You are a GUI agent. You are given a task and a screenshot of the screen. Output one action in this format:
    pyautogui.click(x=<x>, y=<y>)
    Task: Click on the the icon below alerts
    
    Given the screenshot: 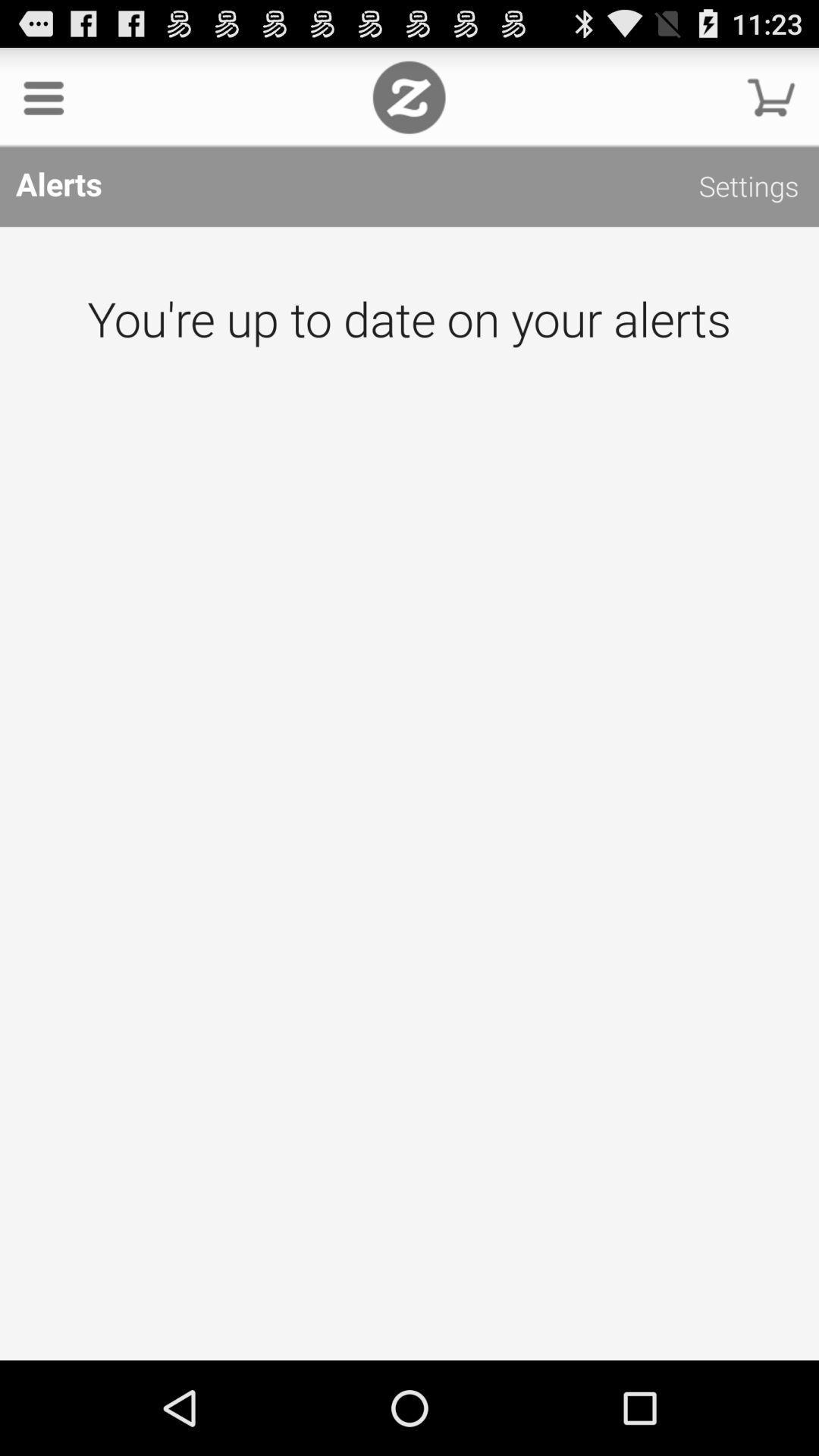 What is the action you would take?
    pyautogui.click(x=409, y=792)
    